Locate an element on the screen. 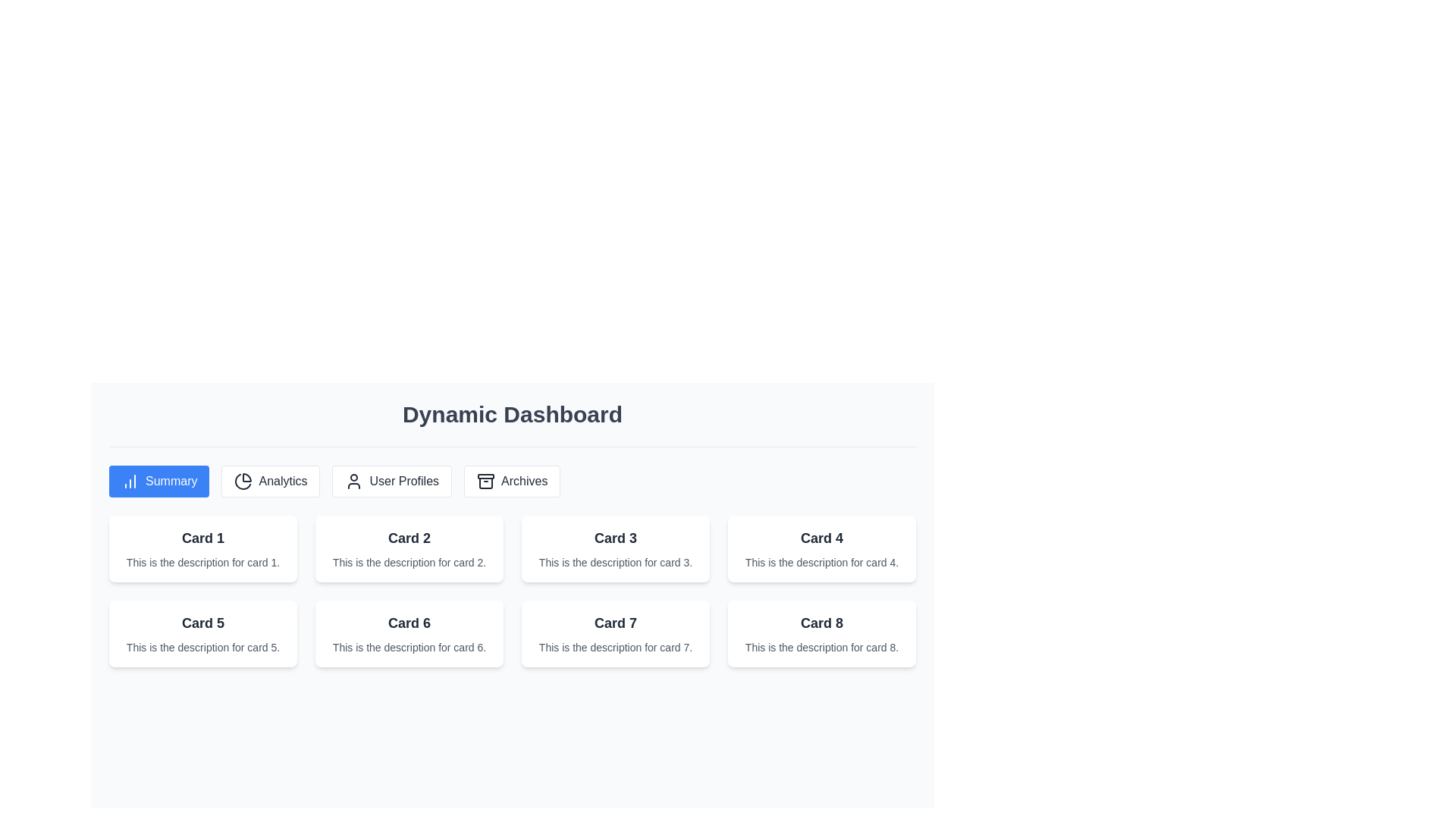  the text label element displaying 'Card 6', which is styled with a large bold font and is located in the sixth card of a 4x2 grid layout is located at coordinates (409, 623).